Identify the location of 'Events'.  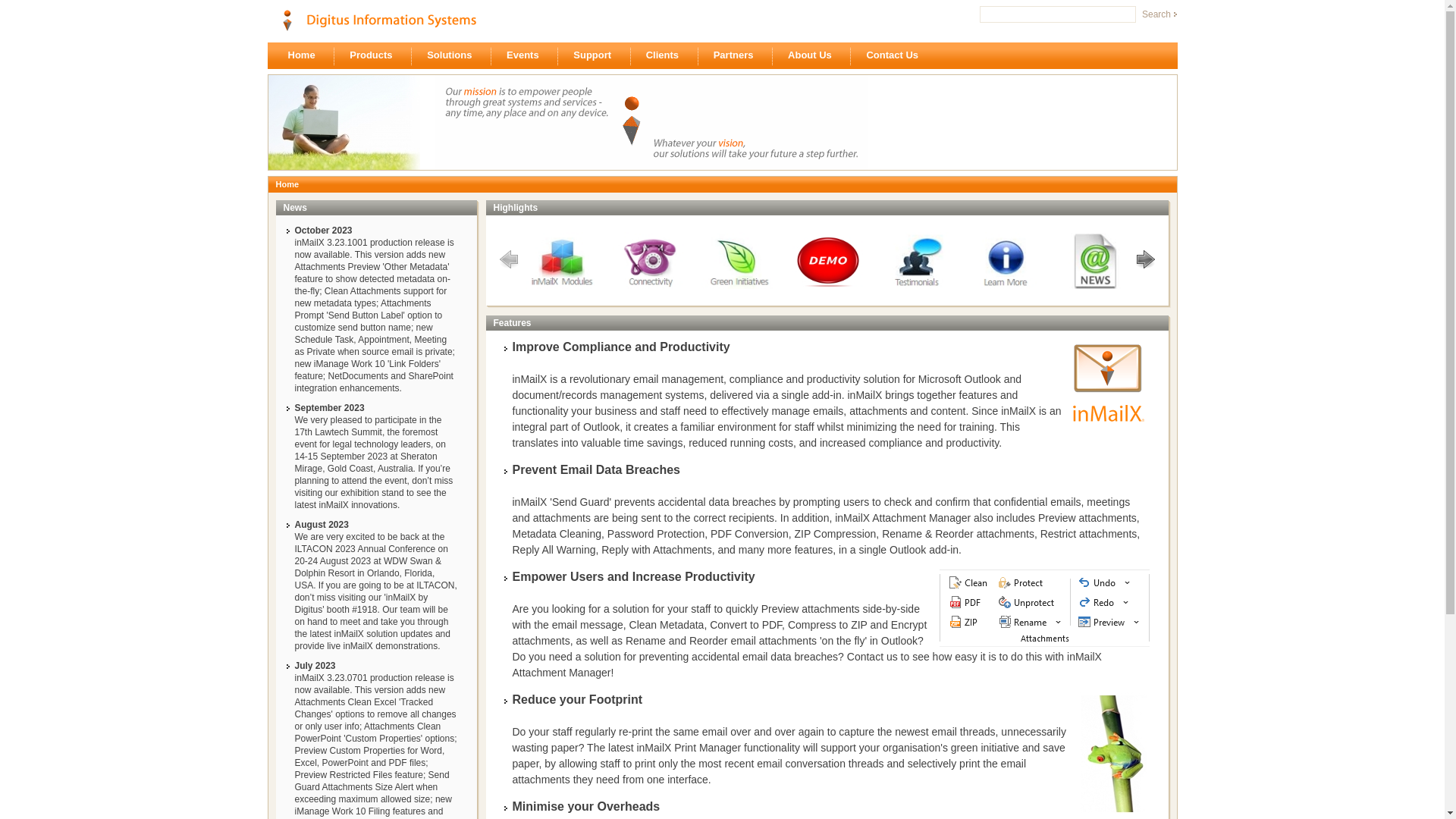
(527, 55).